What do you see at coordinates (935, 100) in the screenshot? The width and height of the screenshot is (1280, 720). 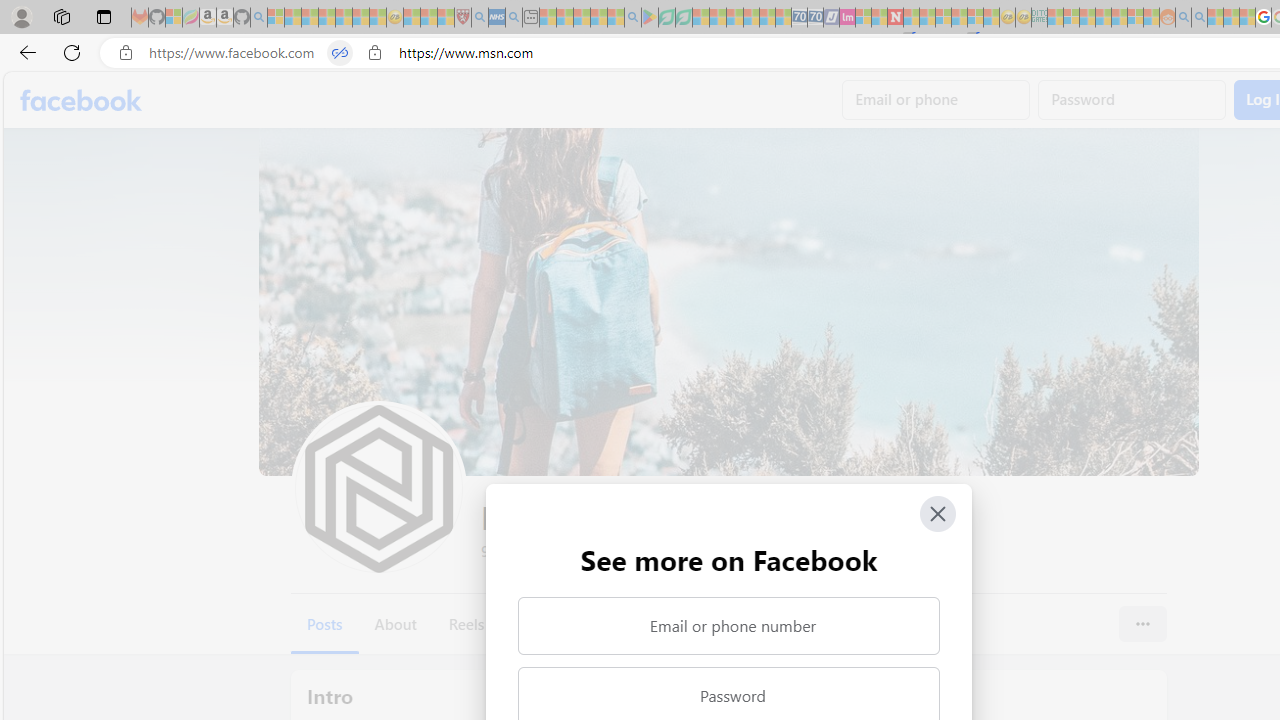 I see `'Email or phone'` at bounding box center [935, 100].